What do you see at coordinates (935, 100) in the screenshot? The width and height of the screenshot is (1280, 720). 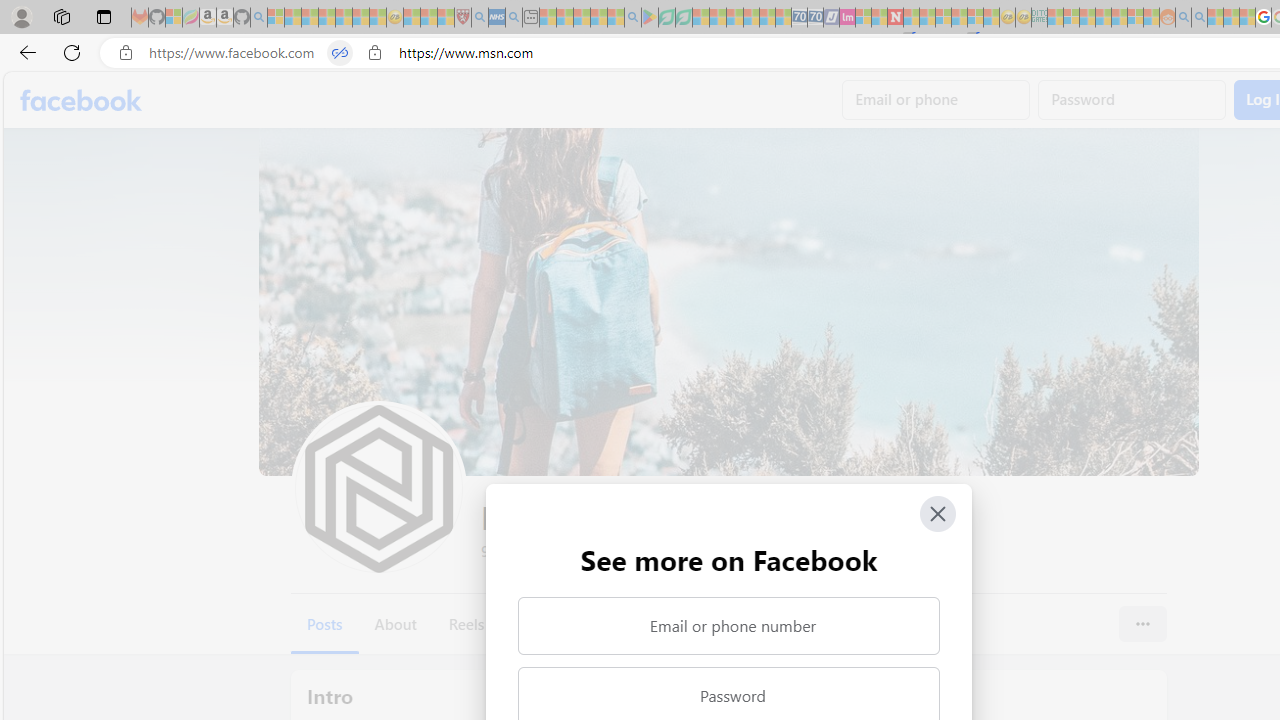 I see `'Email or phone'` at bounding box center [935, 100].